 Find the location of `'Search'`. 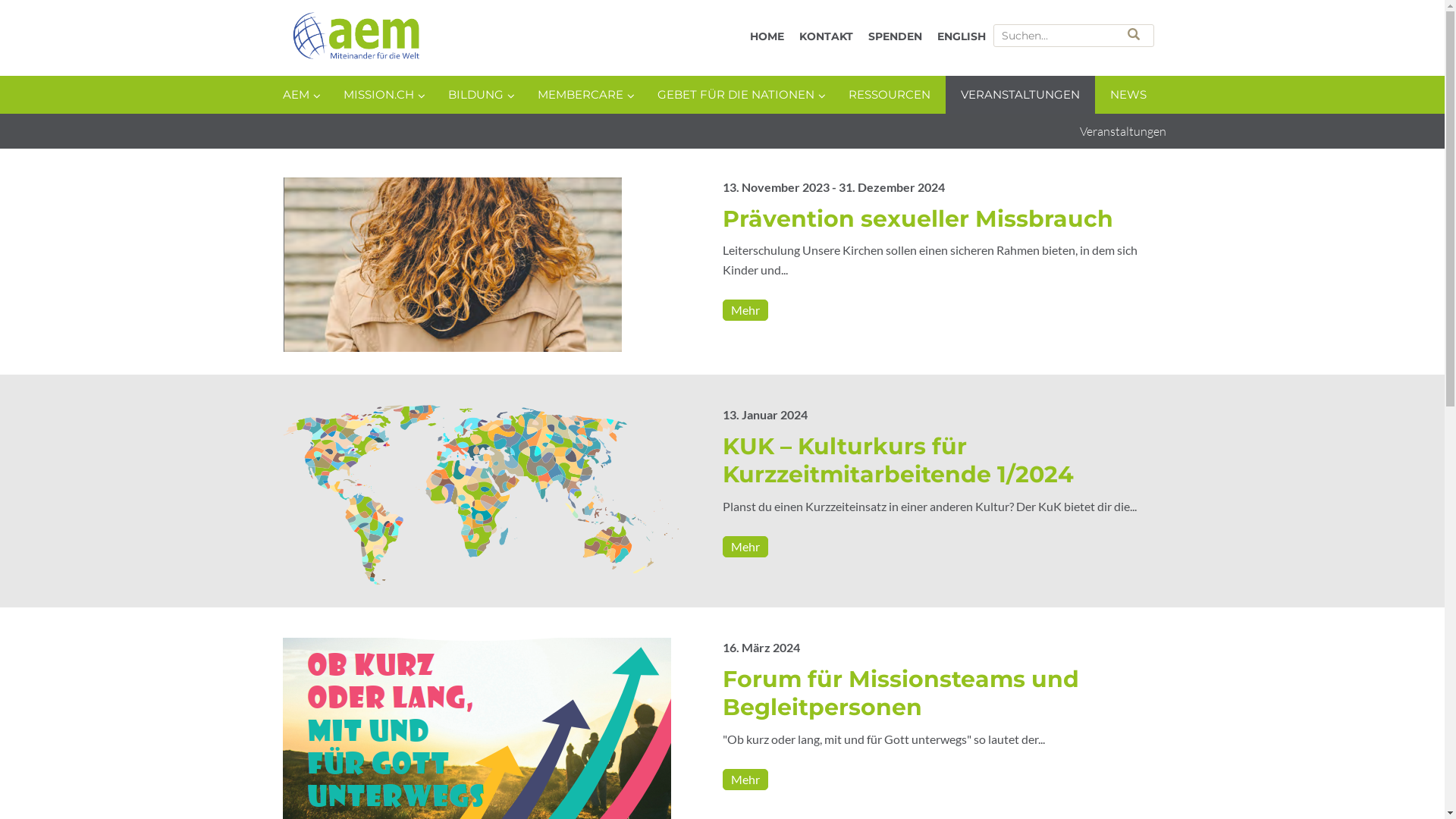

'Search' is located at coordinates (1134, 34).